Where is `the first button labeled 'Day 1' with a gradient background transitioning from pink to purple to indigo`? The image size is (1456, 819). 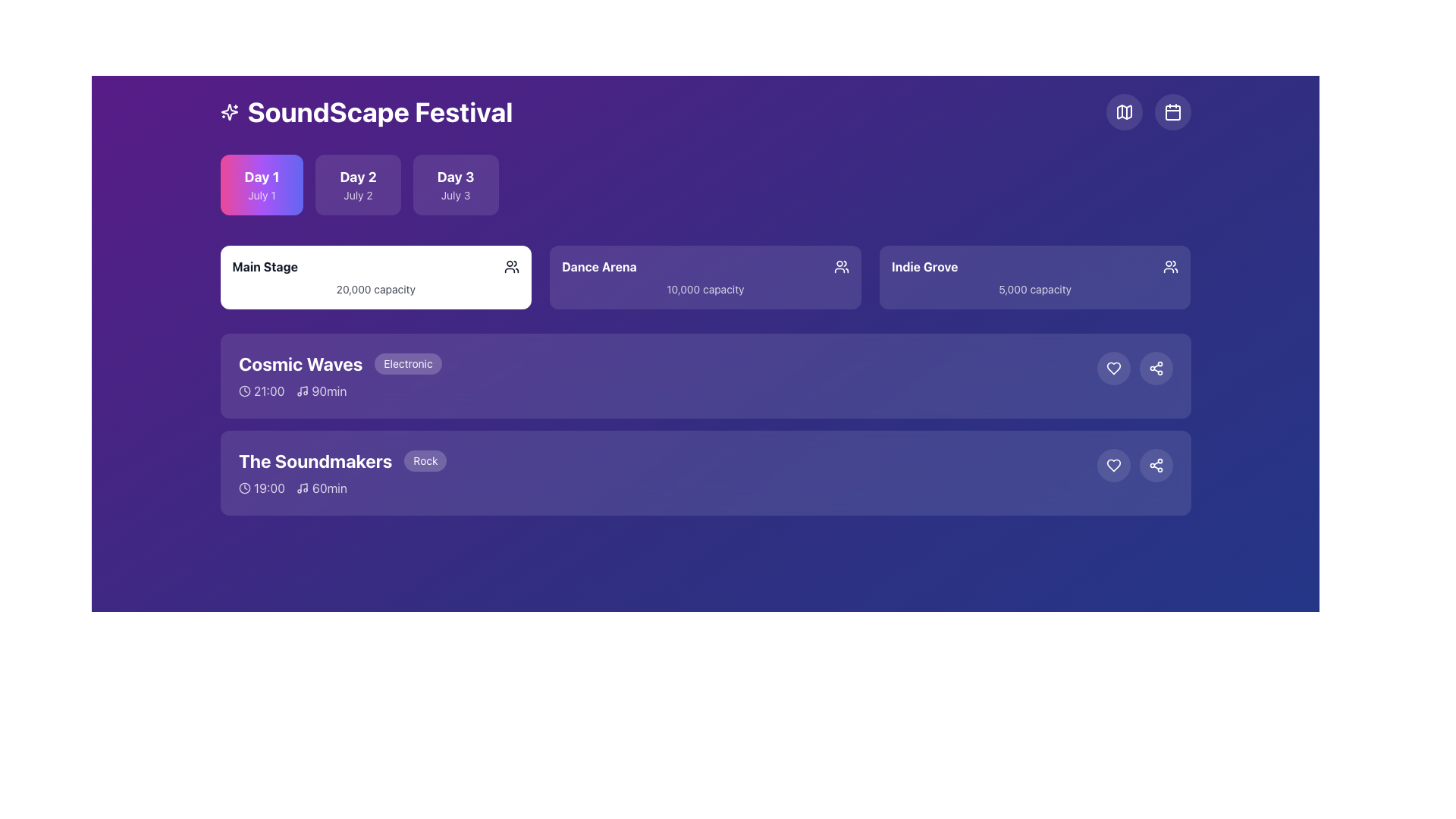 the first button labeled 'Day 1' with a gradient background transitioning from pink to purple to indigo is located at coordinates (262, 184).